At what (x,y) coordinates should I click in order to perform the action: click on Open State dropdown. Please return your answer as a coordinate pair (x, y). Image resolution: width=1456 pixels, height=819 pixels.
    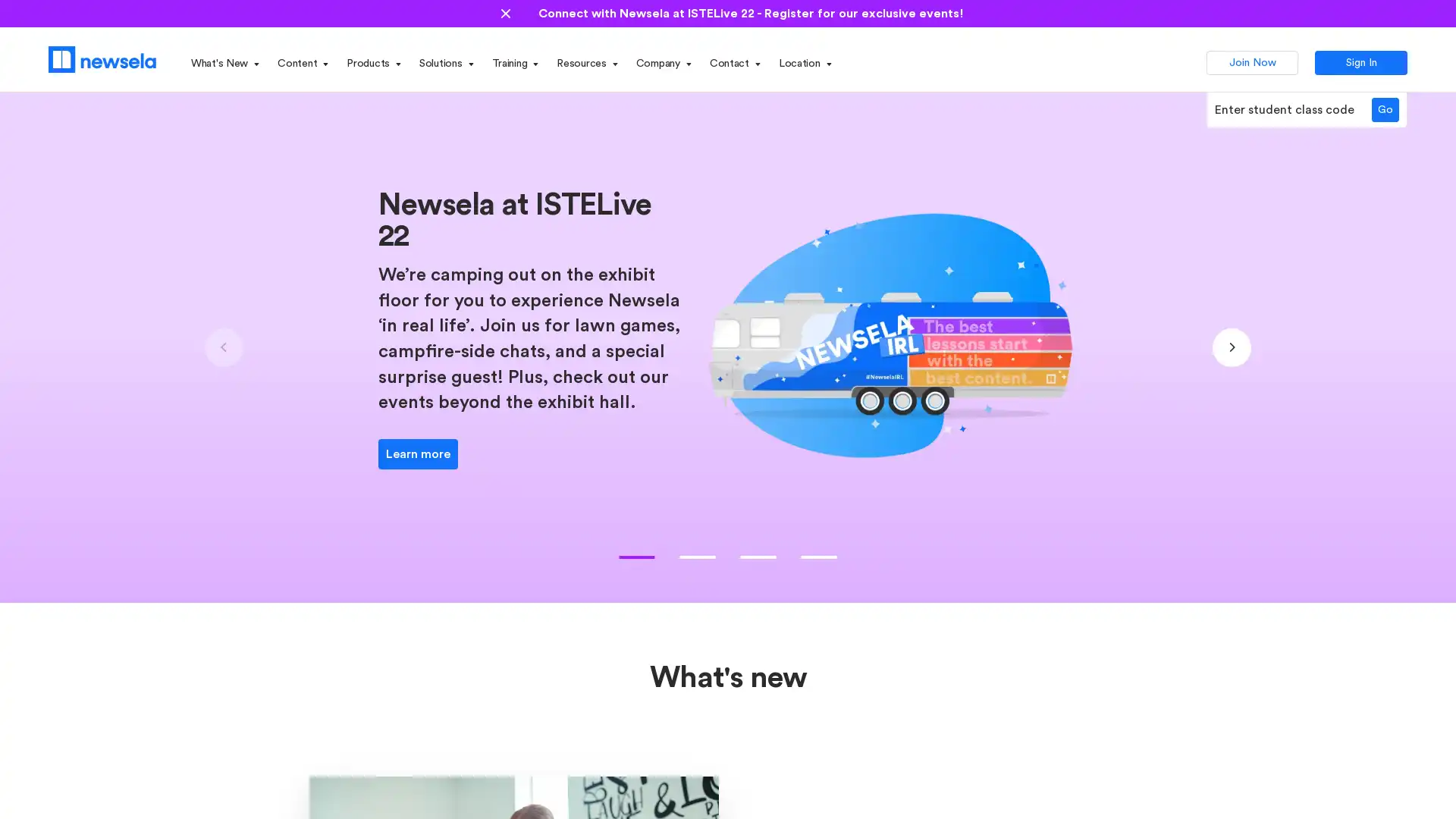
    Looking at the image, I should click on (829, 62).